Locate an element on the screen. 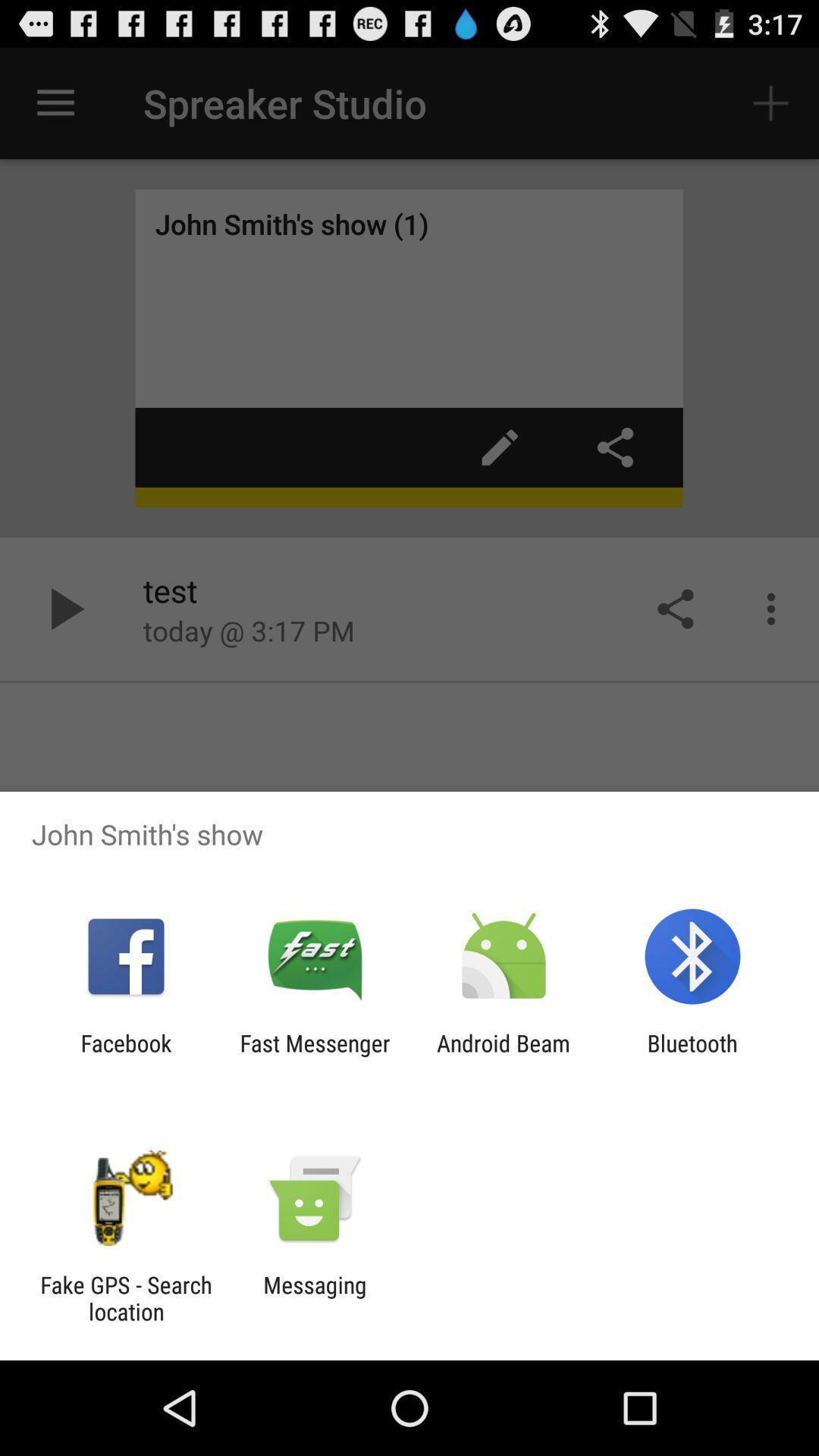 Image resolution: width=819 pixels, height=1456 pixels. fast messenger item is located at coordinates (314, 1056).